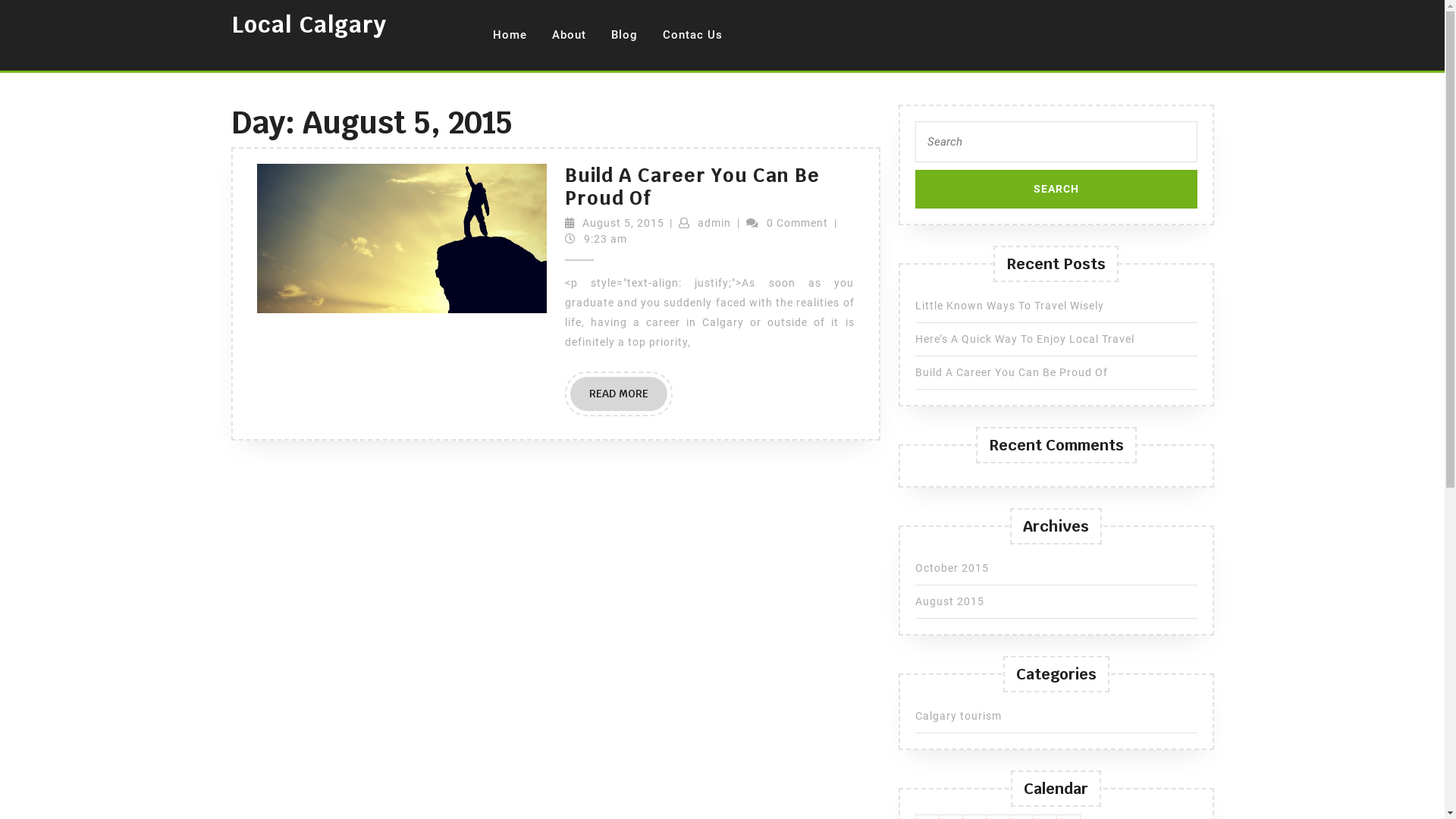 The image size is (1456, 819). Describe the element at coordinates (619, 393) in the screenshot. I see `'READ MORE` at that location.